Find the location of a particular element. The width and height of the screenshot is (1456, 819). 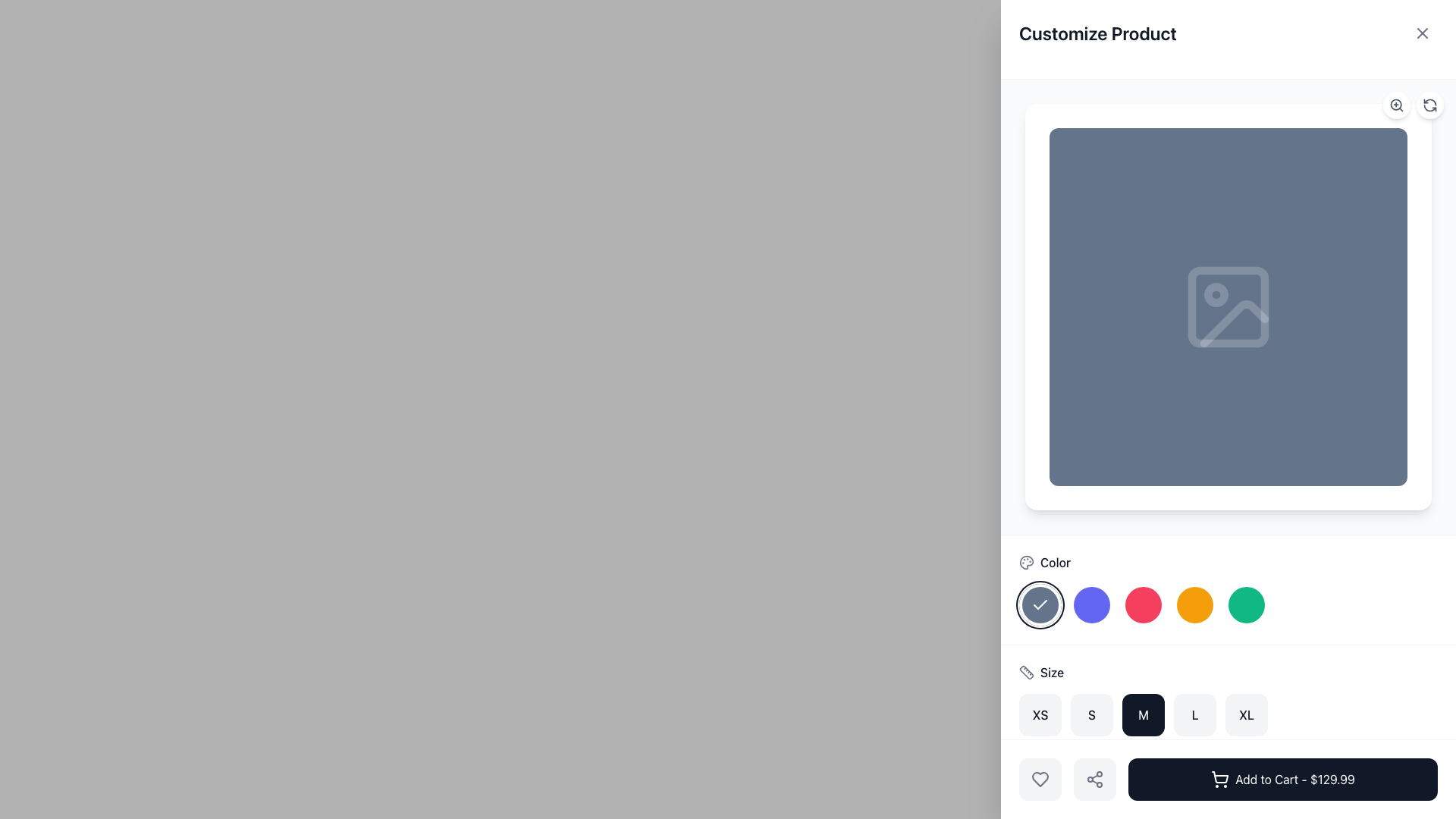

the fifth button in the horizontal row of color selection options is located at coordinates (1228, 604).